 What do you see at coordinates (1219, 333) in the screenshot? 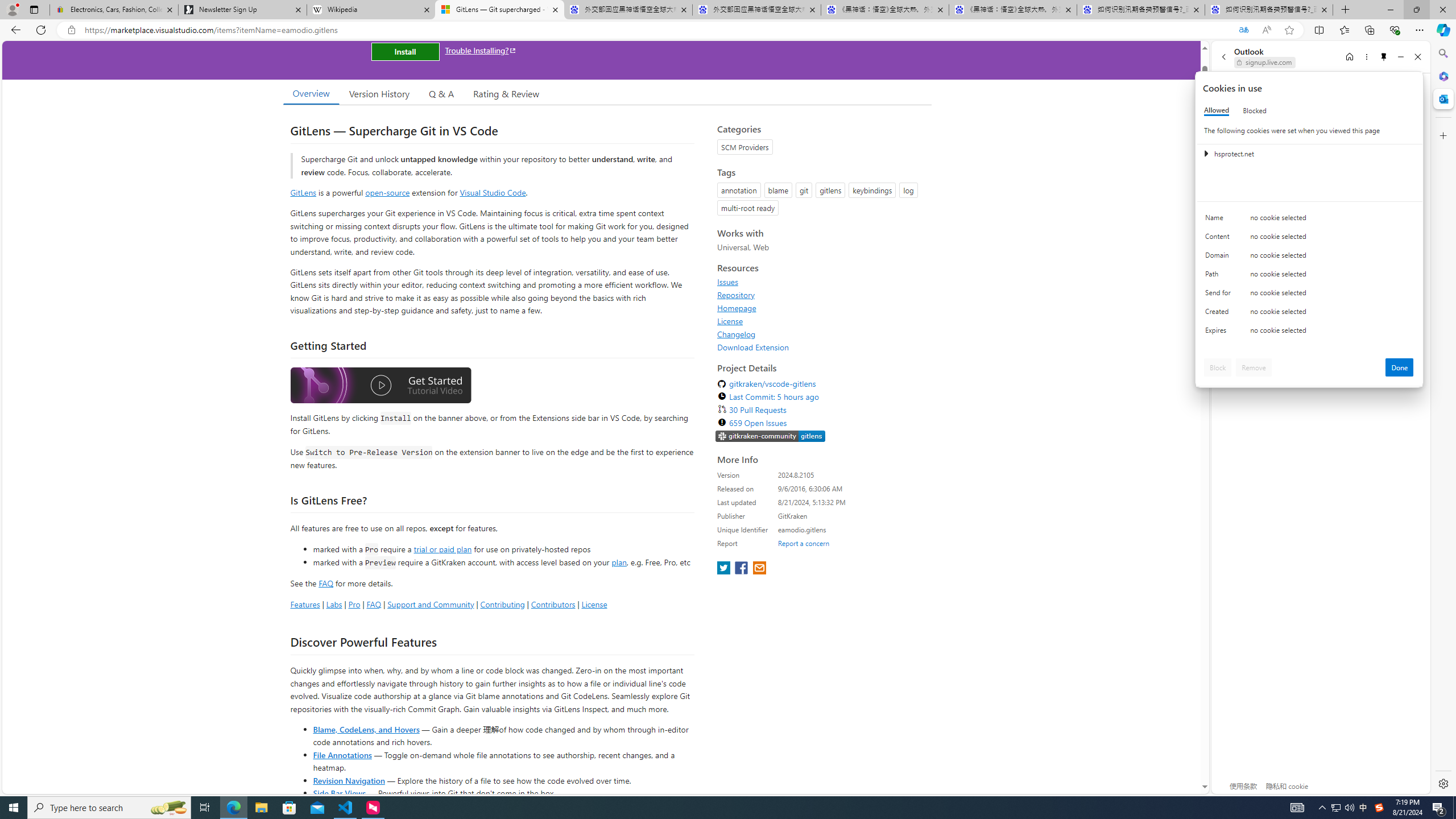
I see `'Expires'` at bounding box center [1219, 333].